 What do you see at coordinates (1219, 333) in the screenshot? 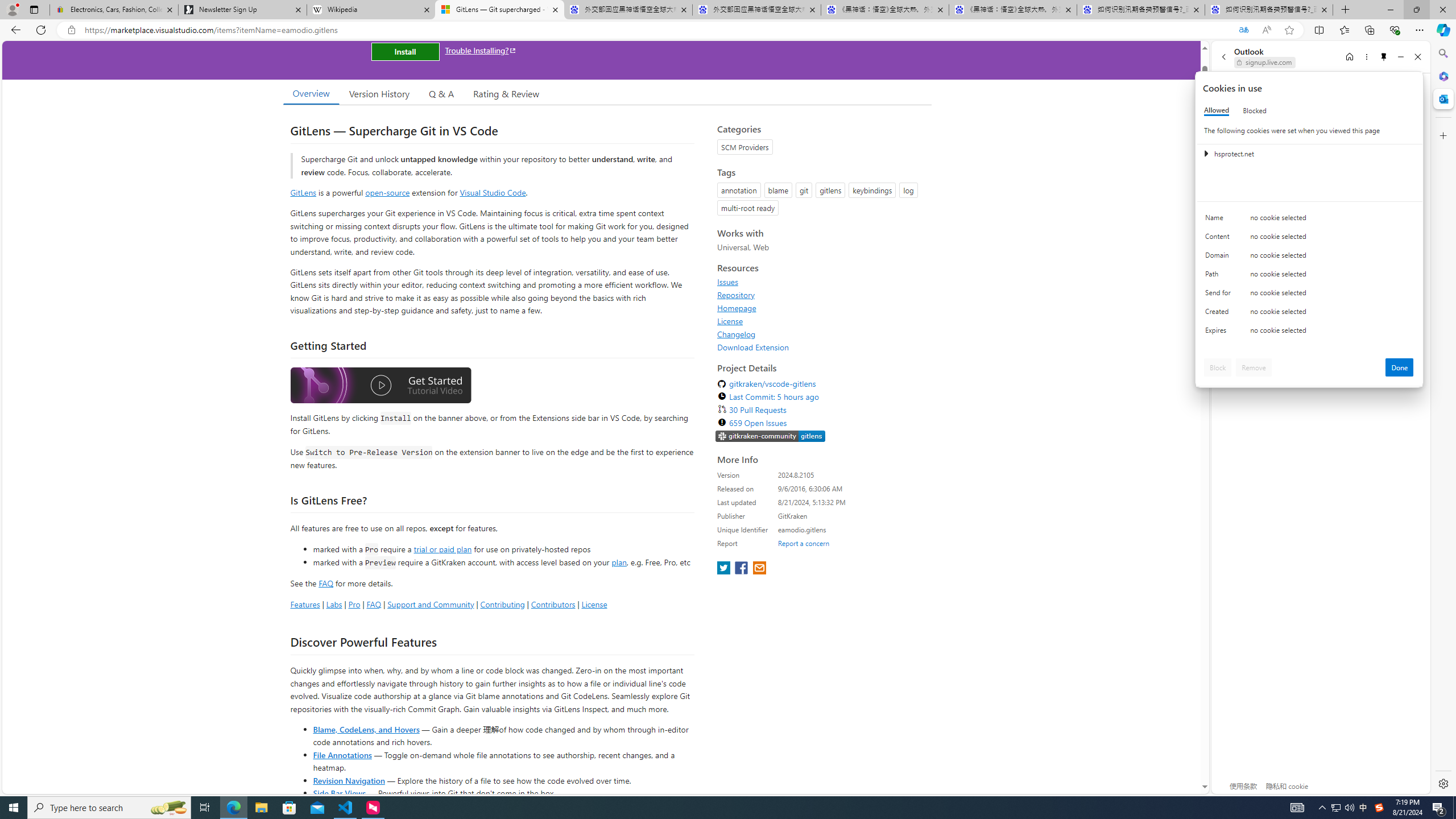
I see `'Expires'` at bounding box center [1219, 333].